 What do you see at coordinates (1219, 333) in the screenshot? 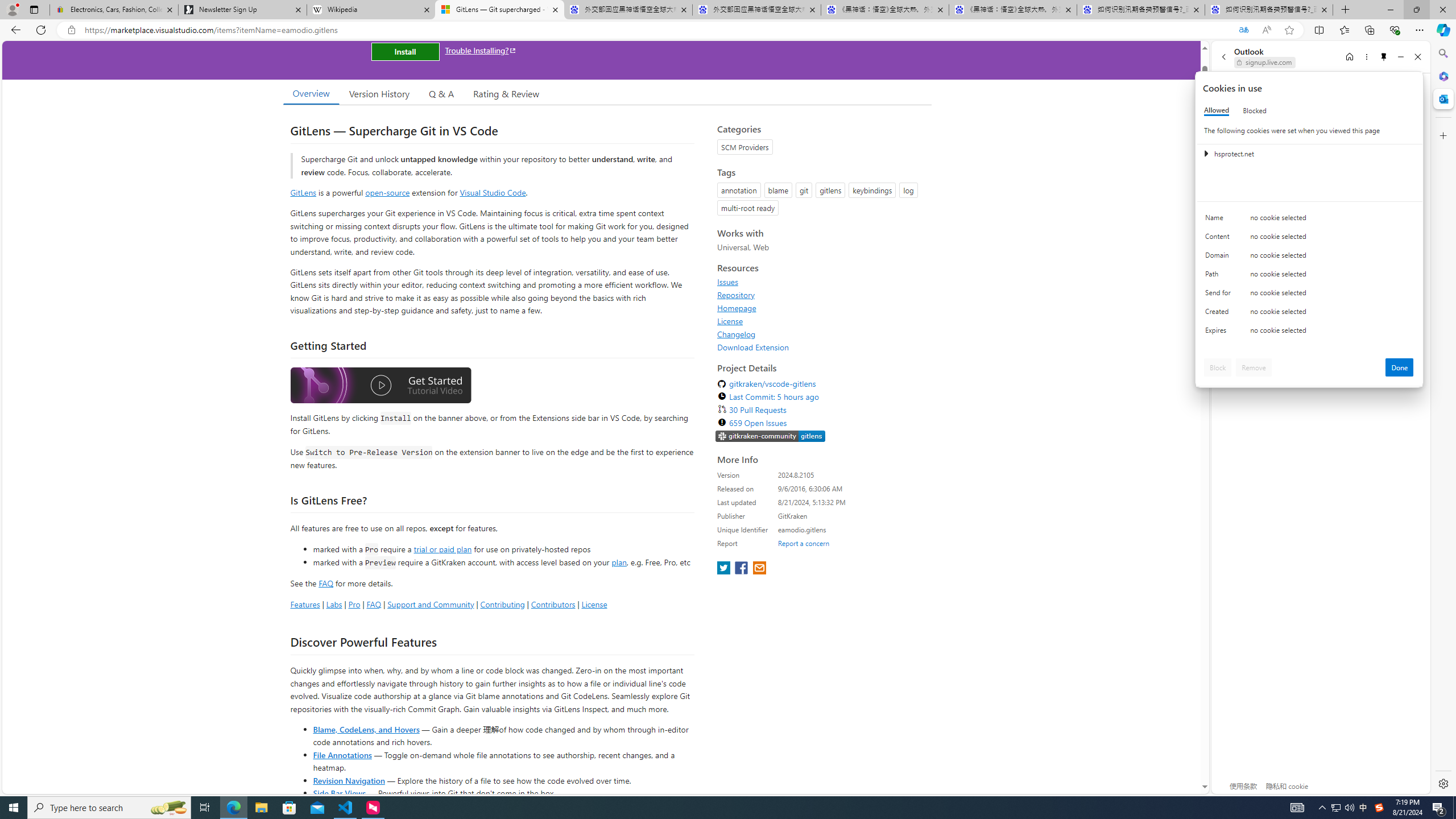
I see `'Expires'` at bounding box center [1219, 333].